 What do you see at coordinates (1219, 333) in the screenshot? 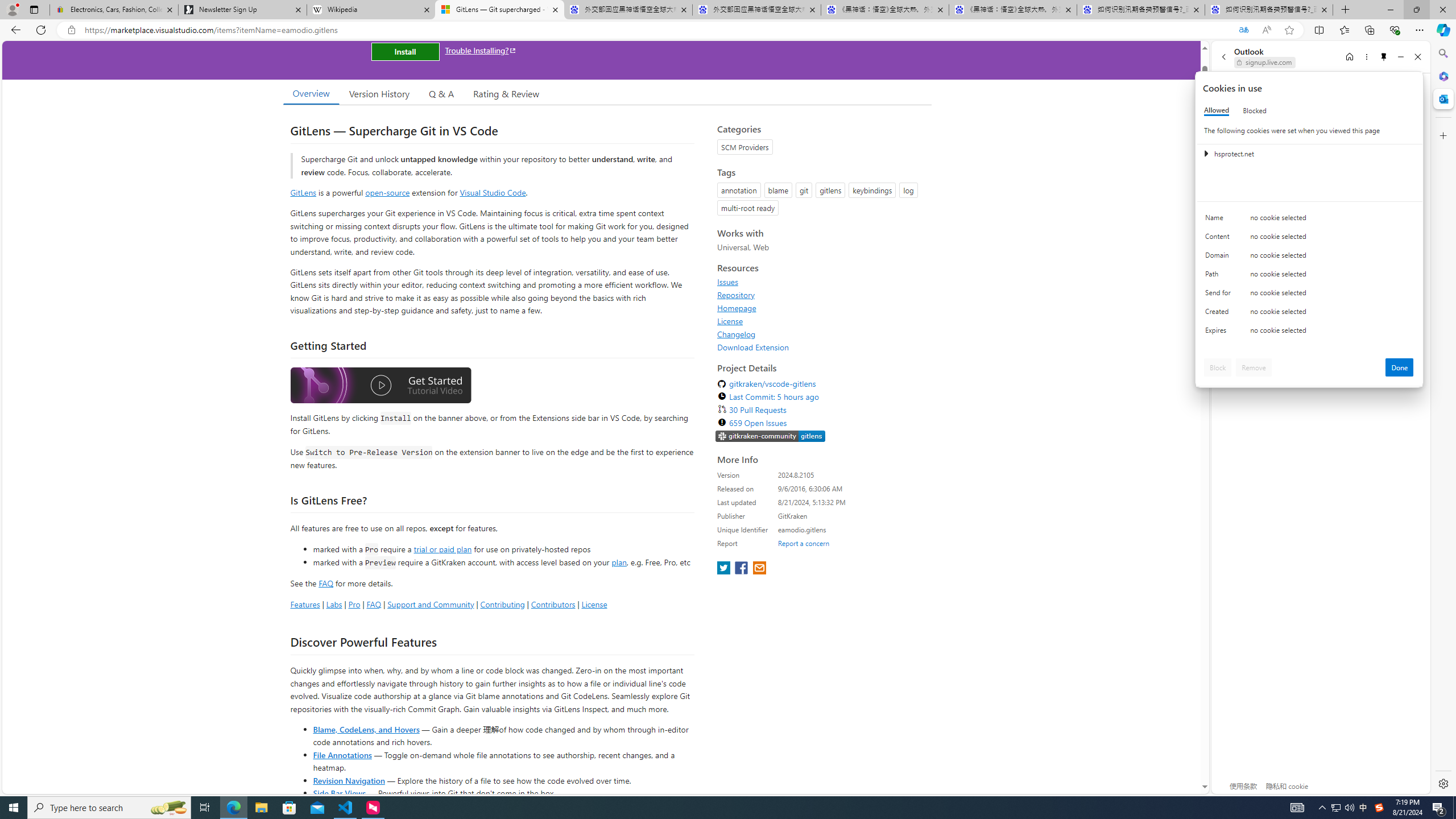
I see `'Expires'` at bounding box center [1219, 333].